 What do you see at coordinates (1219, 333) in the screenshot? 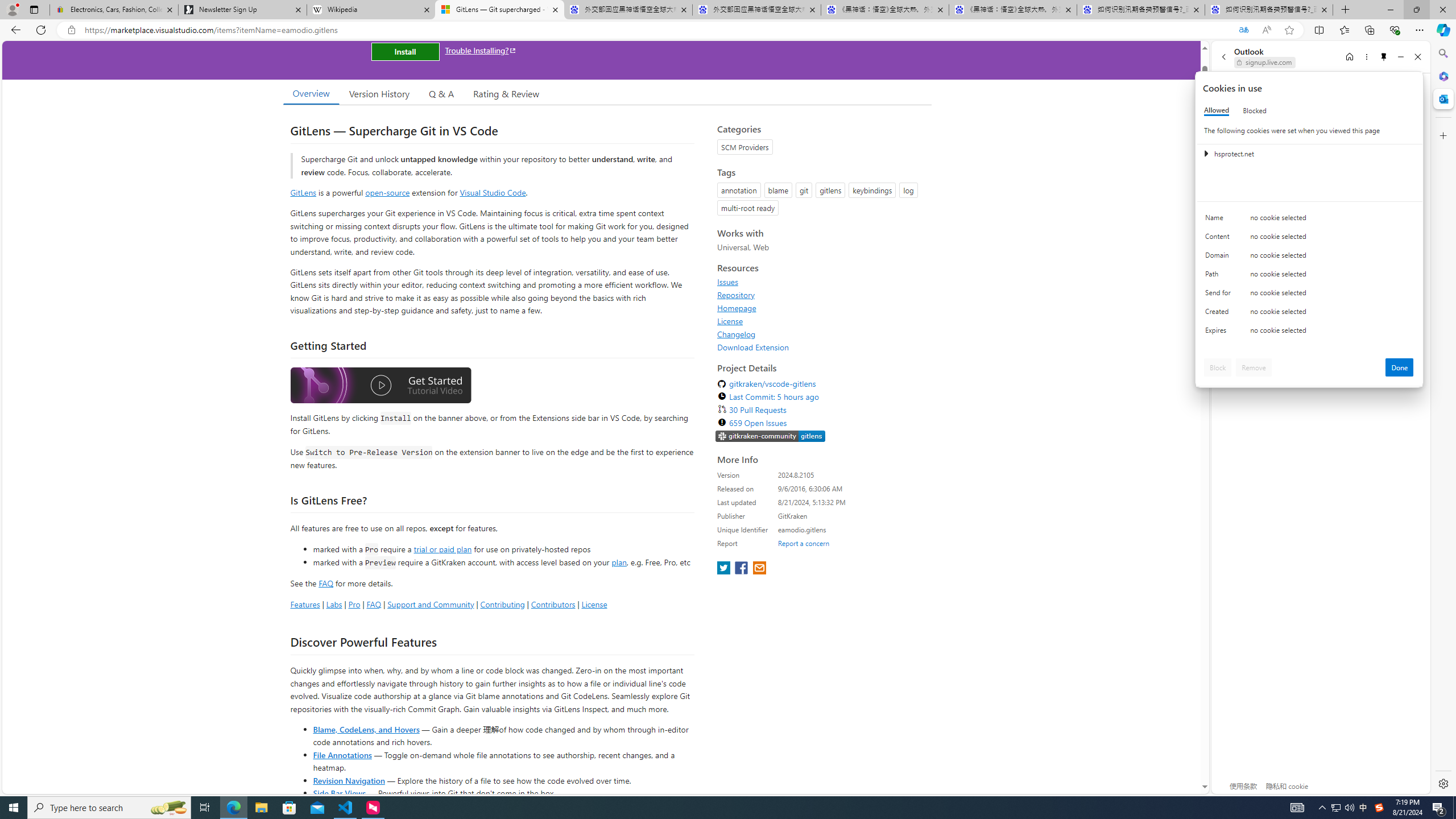
I see `'Expires'` at bounding box center [1219, 333].